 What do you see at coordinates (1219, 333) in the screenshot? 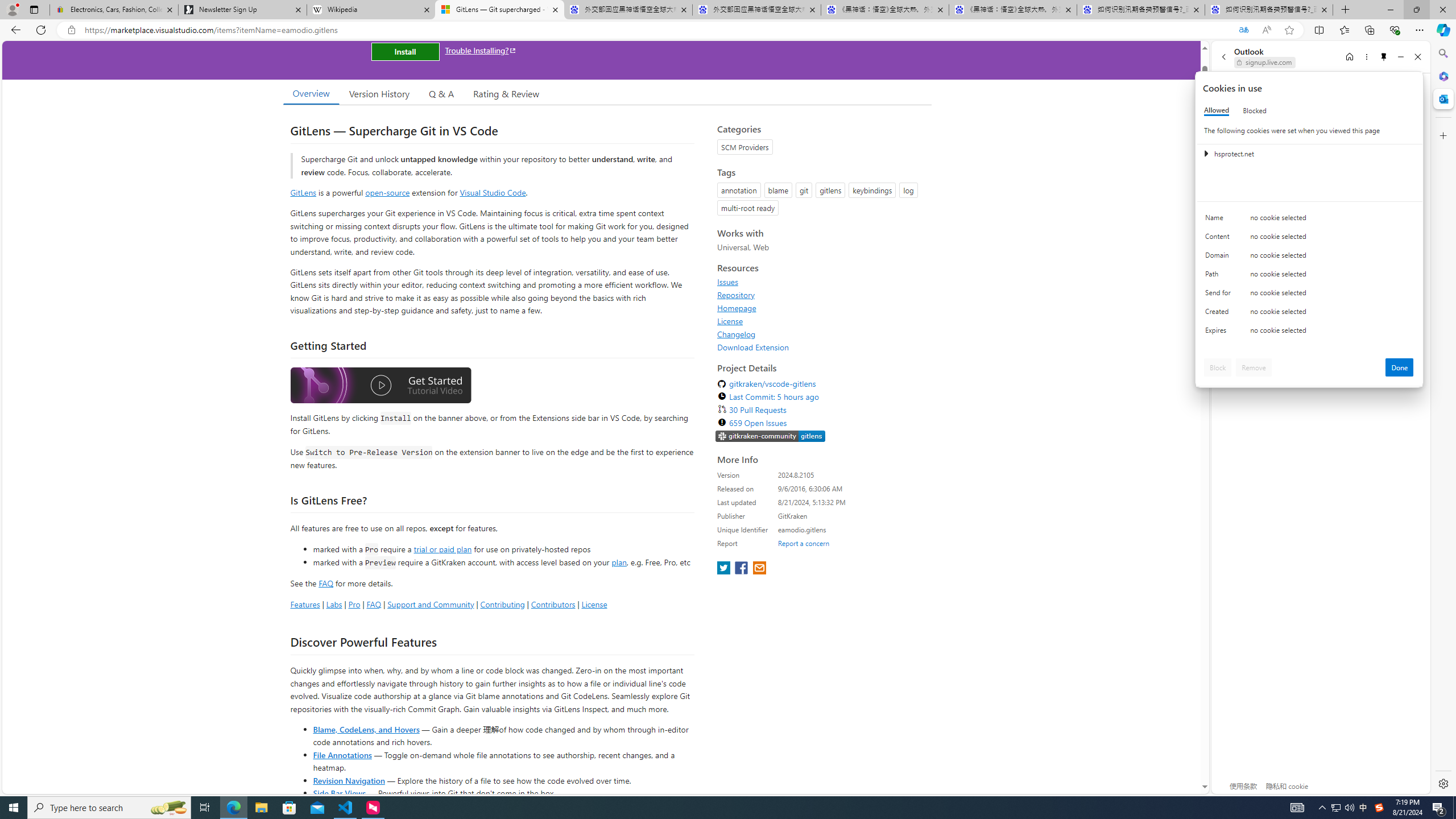
I see `'Expires'` at bounding box center [1219, 333].